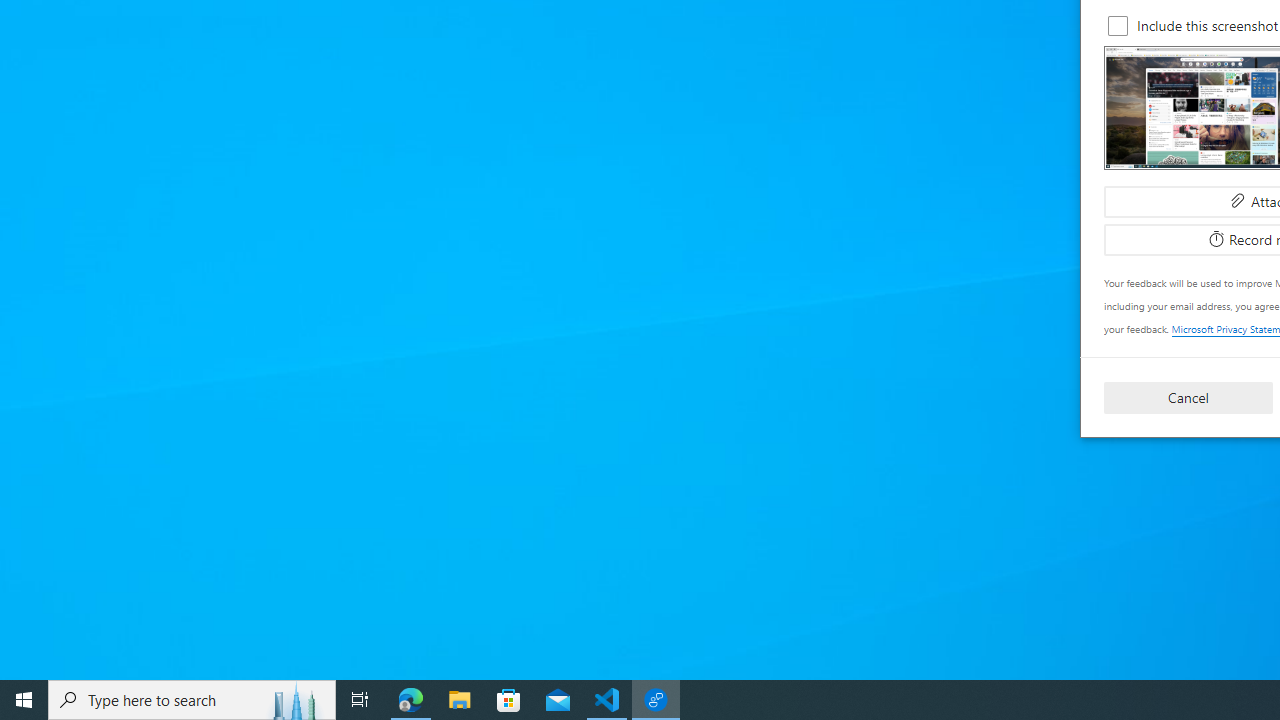 This screenshot has height=720, width=1280. Describe the element at coordinates (606, 698) in the screenshot. I see `'Visual Studio Code - 1 running window'` at that location.